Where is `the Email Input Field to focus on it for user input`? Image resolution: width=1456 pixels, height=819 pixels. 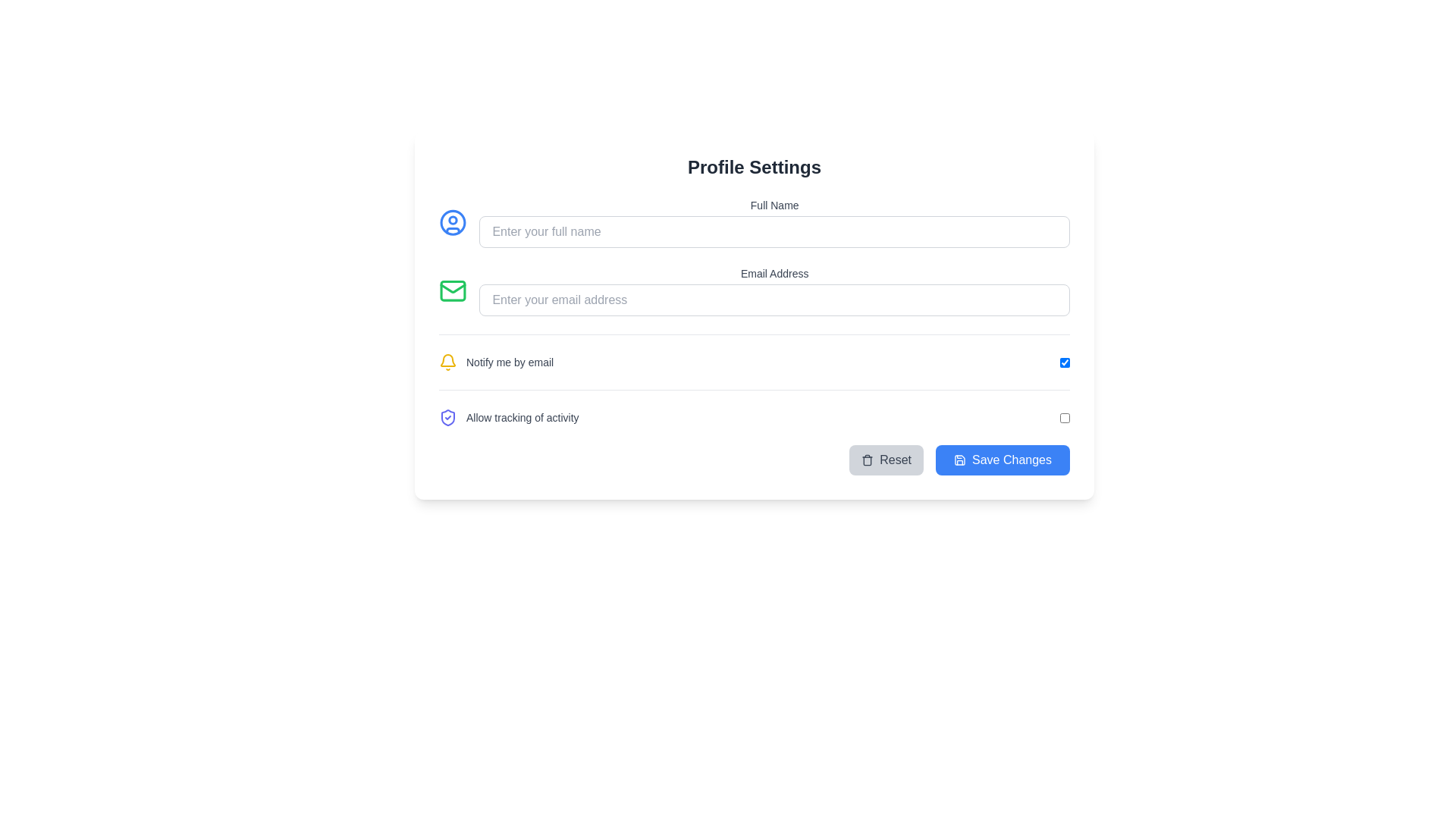 the Email Input Field to focus on it for user input is located at coordinates (754, 291).